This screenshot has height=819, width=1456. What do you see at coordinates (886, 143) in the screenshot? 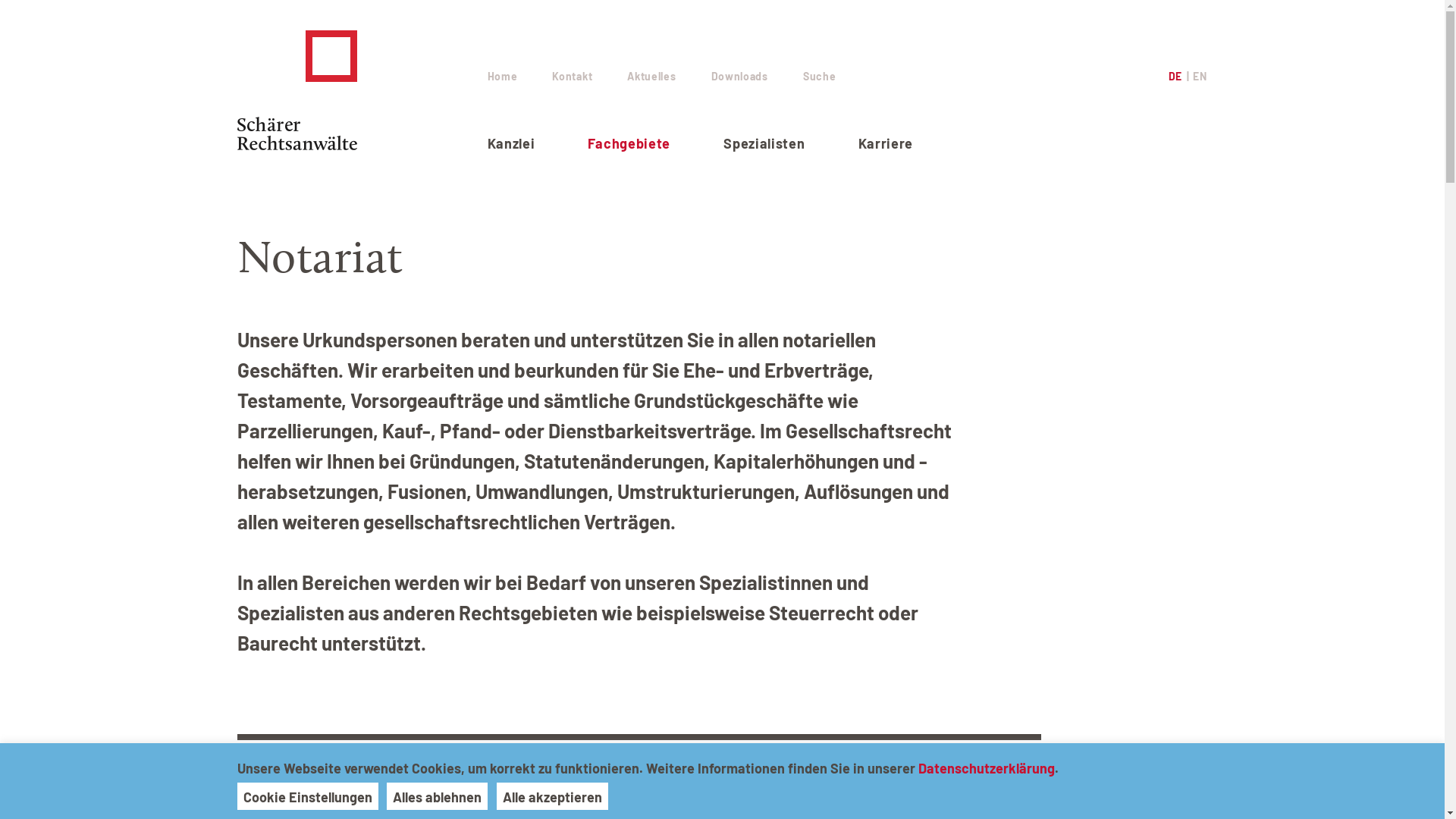
I see `'Karriere'` at bounding box center [886, 143].